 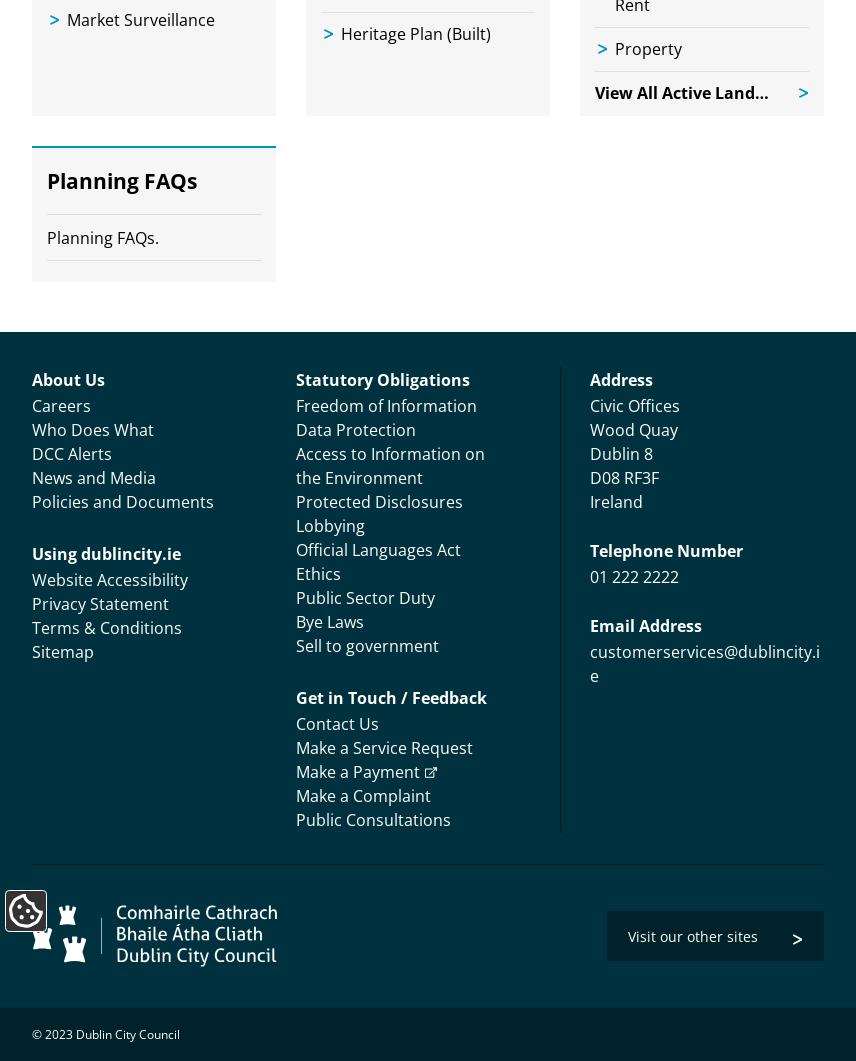 I want to click on 'D08 RF3F', so click(x=590, y=477).